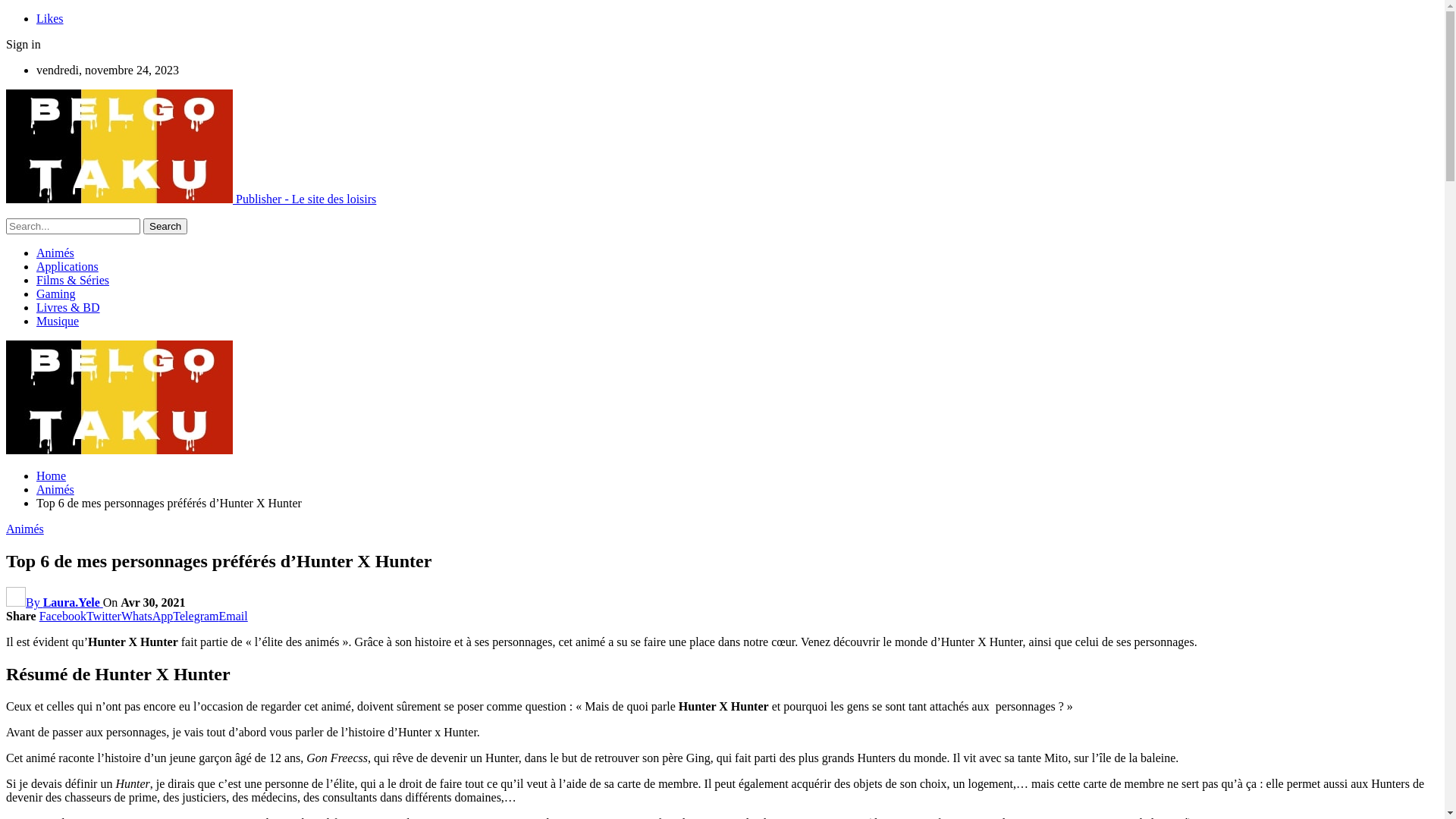 The image size is (1456, 819). What do you see at coordinates (67, 265) in the screenshot?
I see `'Applications'` at bounding box center [67, 265].